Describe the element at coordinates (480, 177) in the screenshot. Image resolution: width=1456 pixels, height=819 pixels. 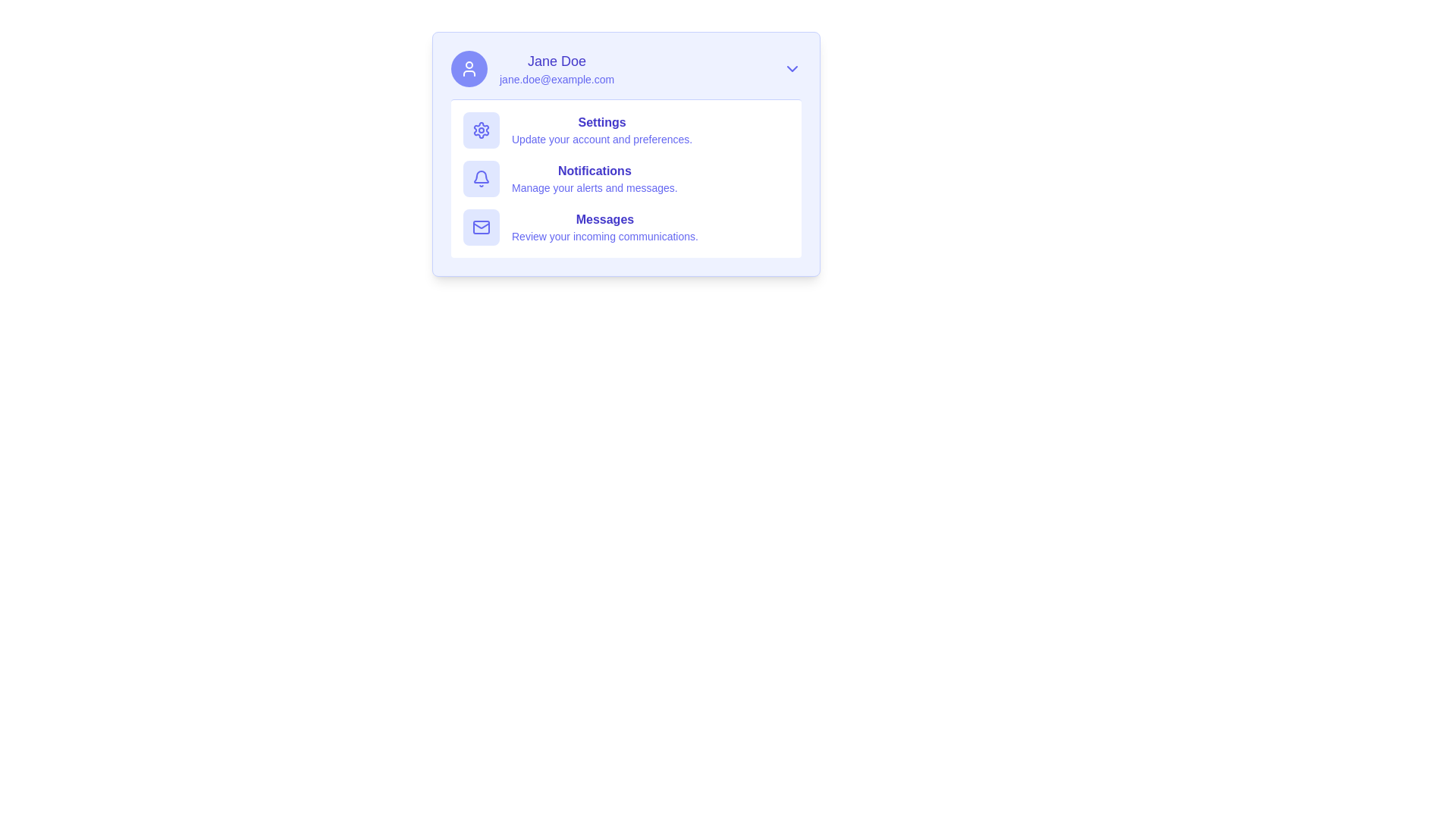
I see `the bell icon next to the text 'Notifications' to interact with the associated notifications feature` at that location.